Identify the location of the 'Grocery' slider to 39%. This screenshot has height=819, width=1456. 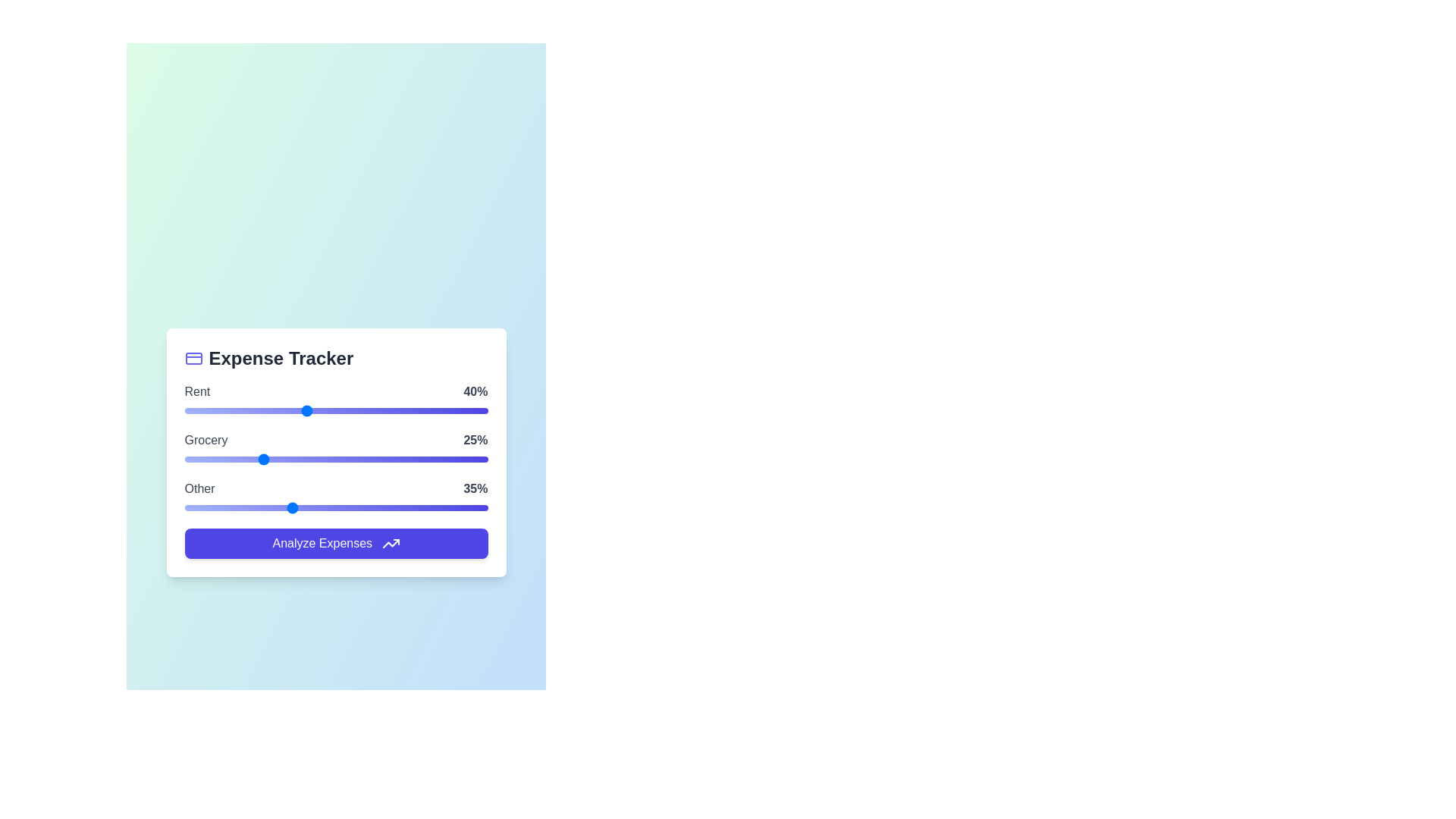
(303, 458).